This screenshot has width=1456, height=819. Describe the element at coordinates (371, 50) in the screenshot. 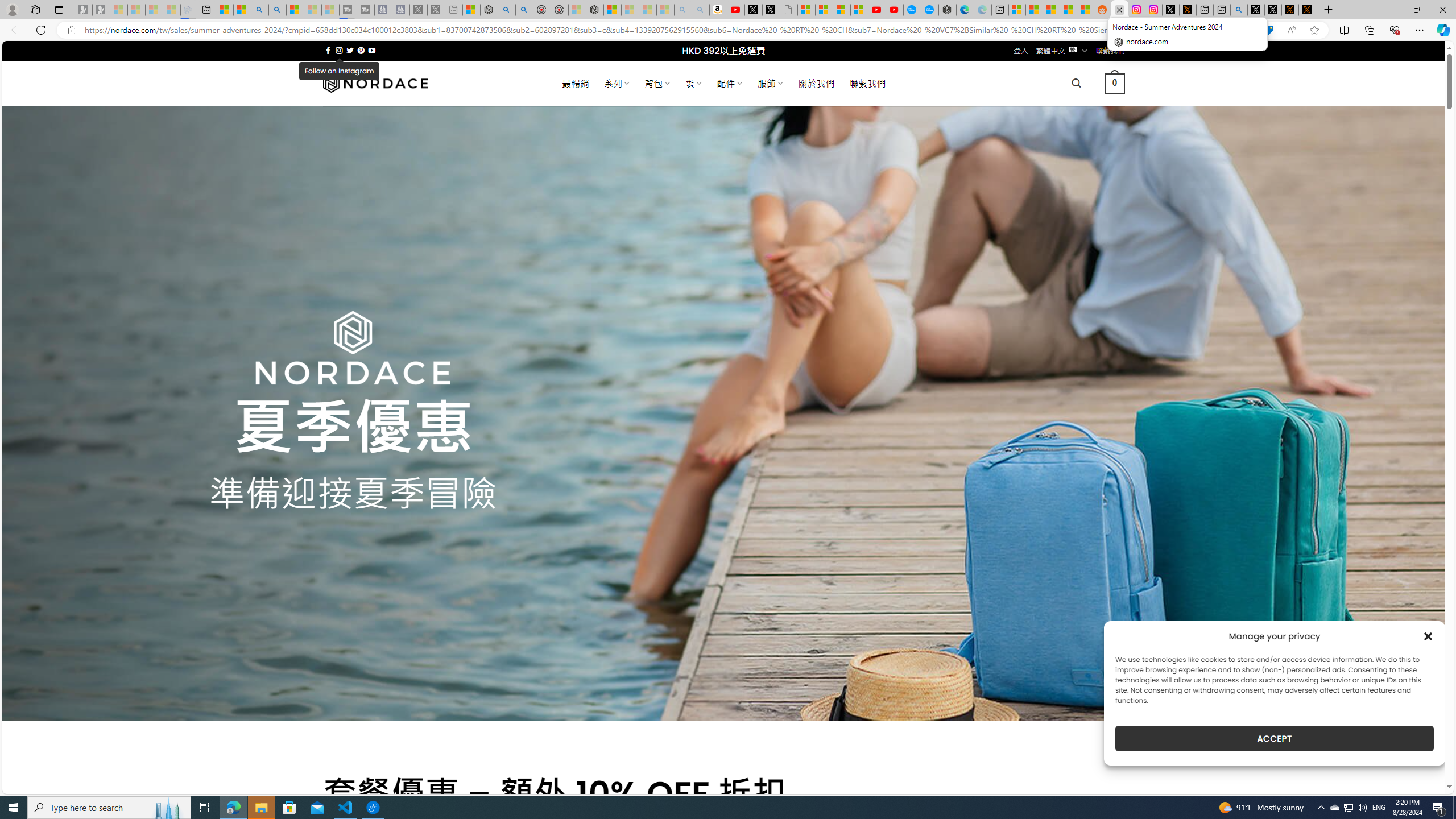

I see `'Follow on YouTube'` at that location.